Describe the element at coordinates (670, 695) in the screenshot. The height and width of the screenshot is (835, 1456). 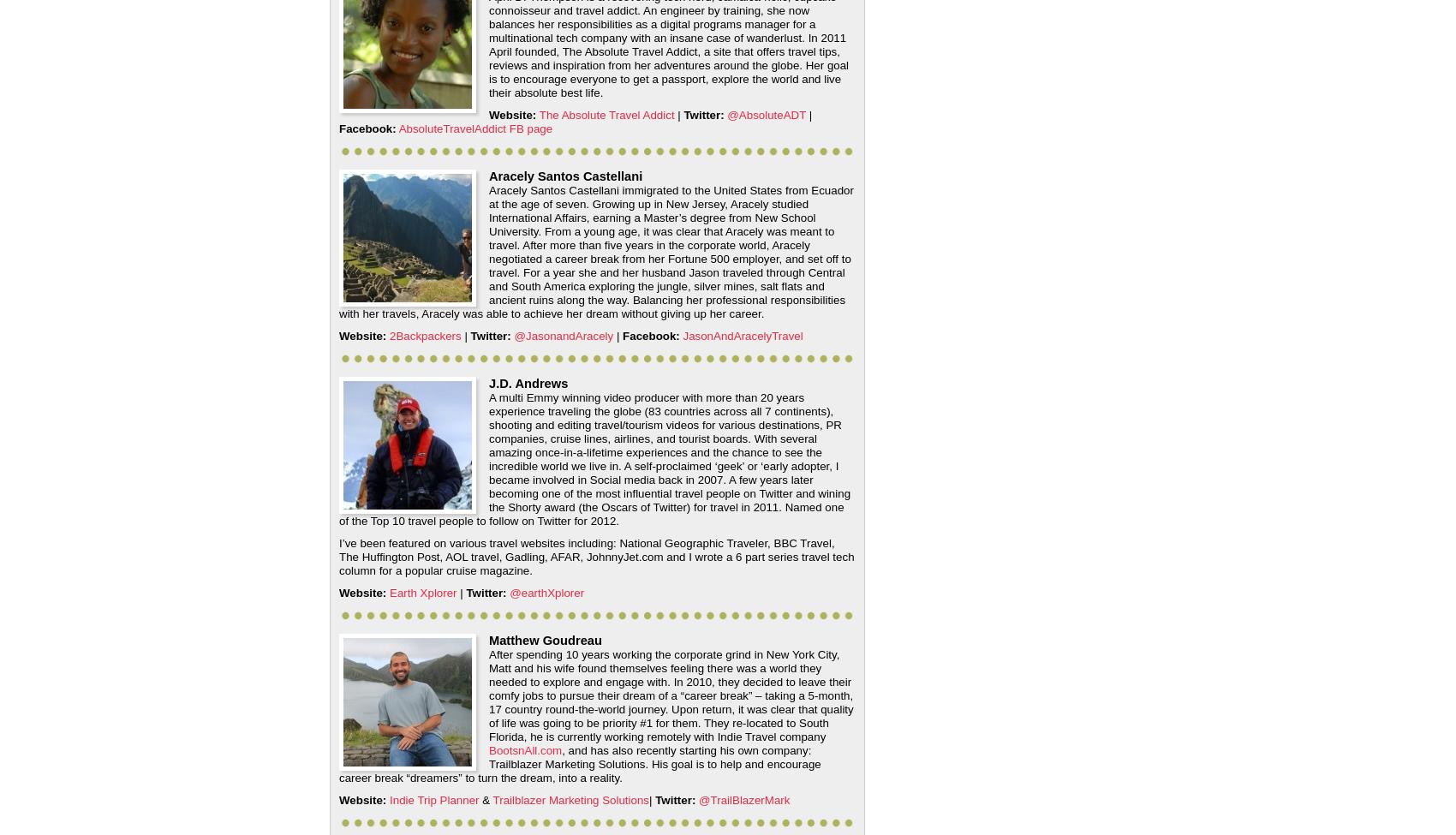
I see `'After spending 10 years working the corporate grind in New York City, Matt and his wife found themselves feeling there was a world they needed to explore and engage with. In 2010, they decided to leave their comfy jobs to pursue their dream of a “career break” – taking a 5-month, 17 country round-the-world journey. Upon return, it was clear that quality of life was going to be priority #1 for them. They re-located to South Florida, he is currently working remotely with Indie Travel company'` at that location.